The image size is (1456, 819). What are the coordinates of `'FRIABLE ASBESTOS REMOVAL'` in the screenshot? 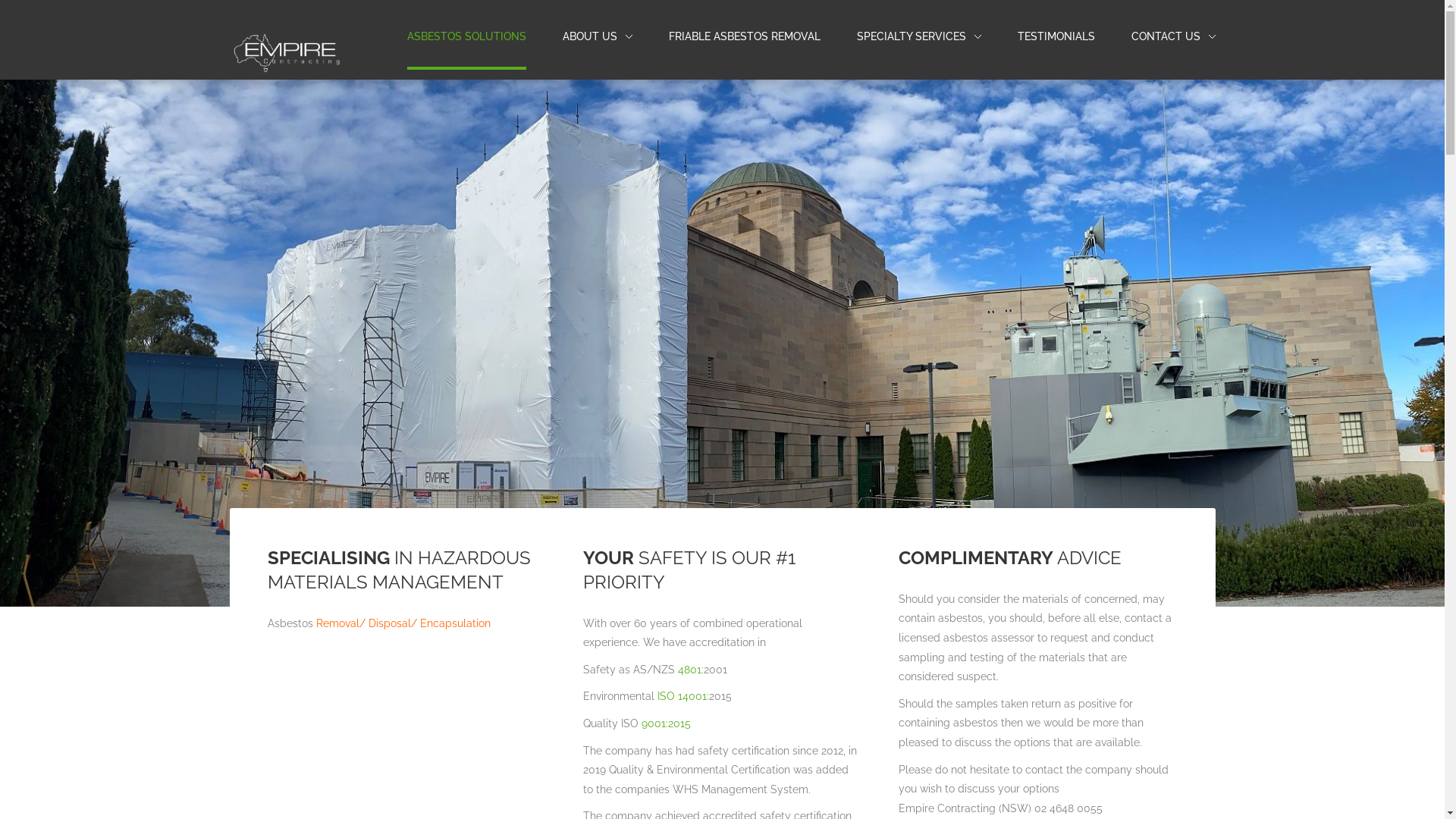 It's located at (745, 36).